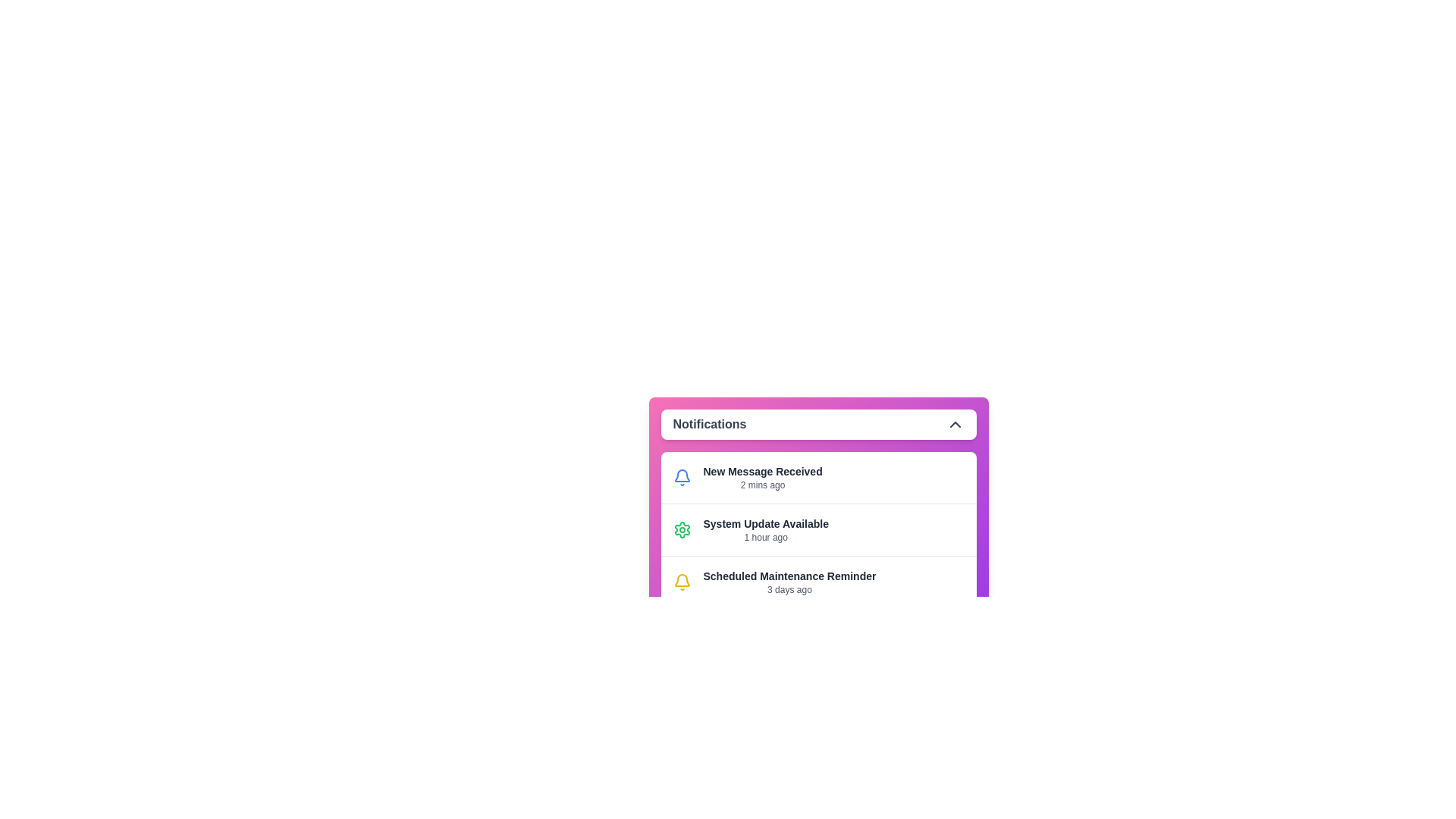 The width and height of the screenshot is (1456, 819). I want to click on the 'System Update Available' notification text block, which is the second entry in the list of notifications and serves as an interactive link, so click(766, 529).